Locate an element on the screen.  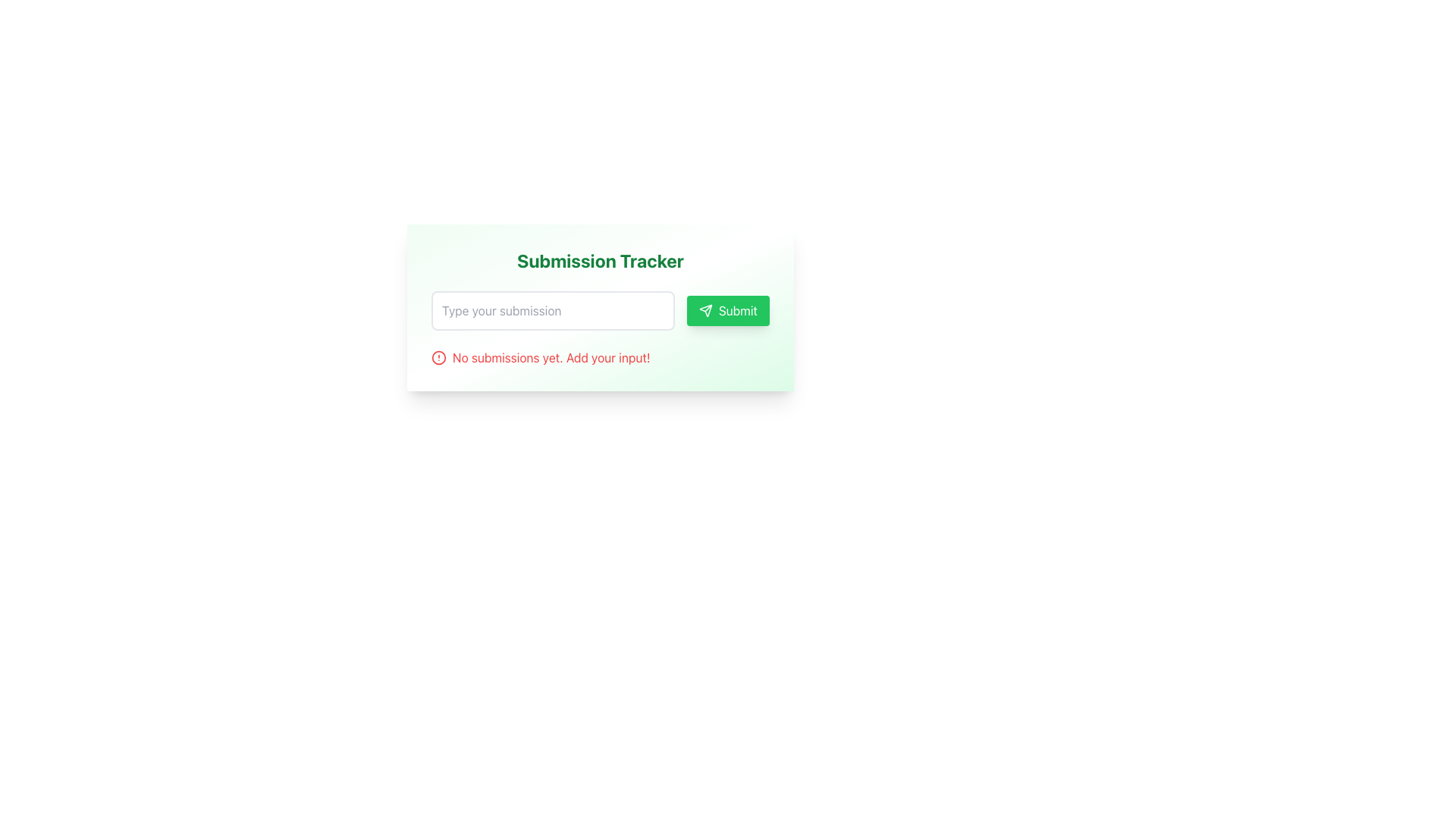
the heading 'Submission Tracker' which is styled with a bold and green font, located prominently at the top of the submission functionalities box is located at coordinates (600, 259).